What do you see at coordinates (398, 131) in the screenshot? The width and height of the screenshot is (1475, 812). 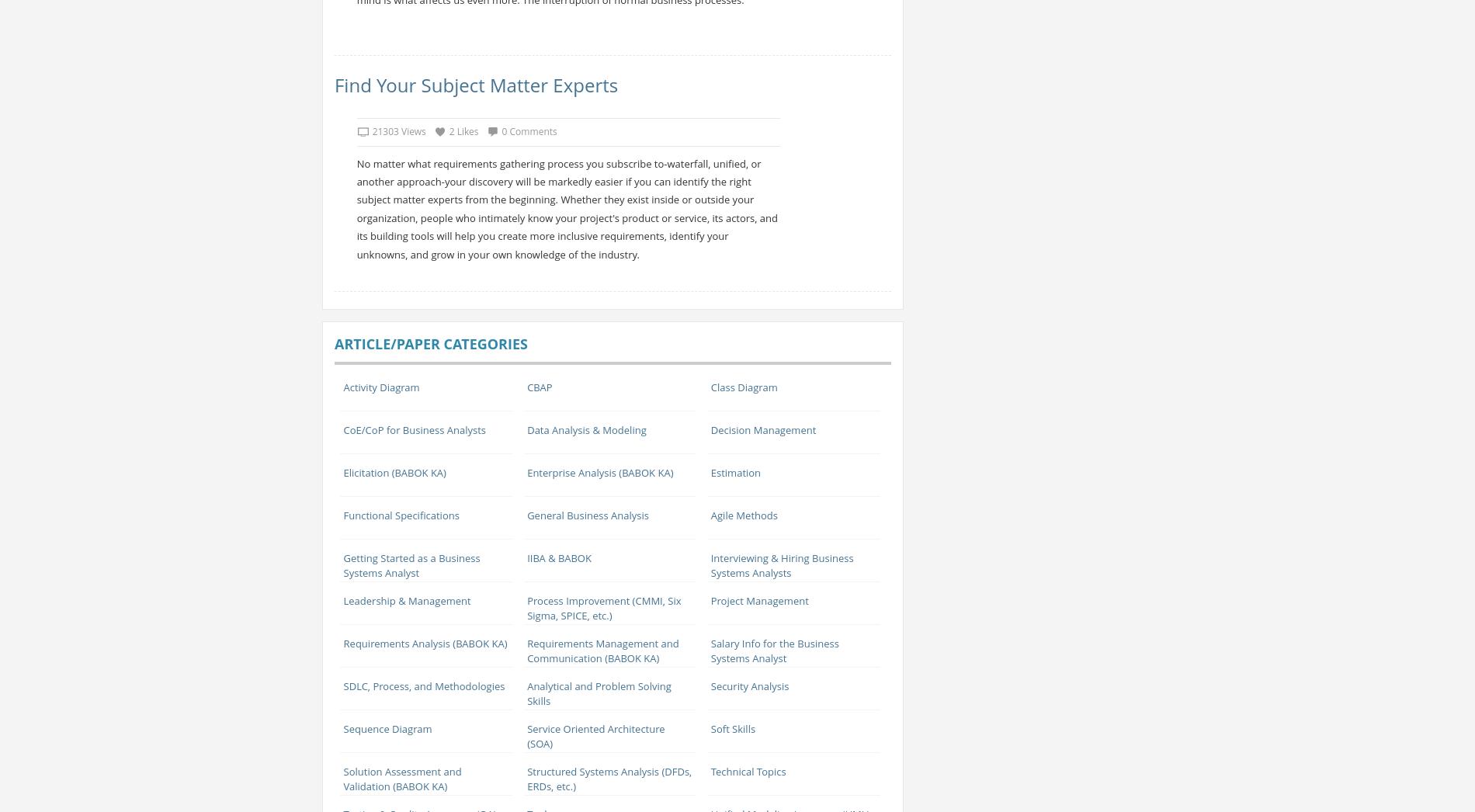 I see `'21303 Views'` at bounding box center [398, 131].